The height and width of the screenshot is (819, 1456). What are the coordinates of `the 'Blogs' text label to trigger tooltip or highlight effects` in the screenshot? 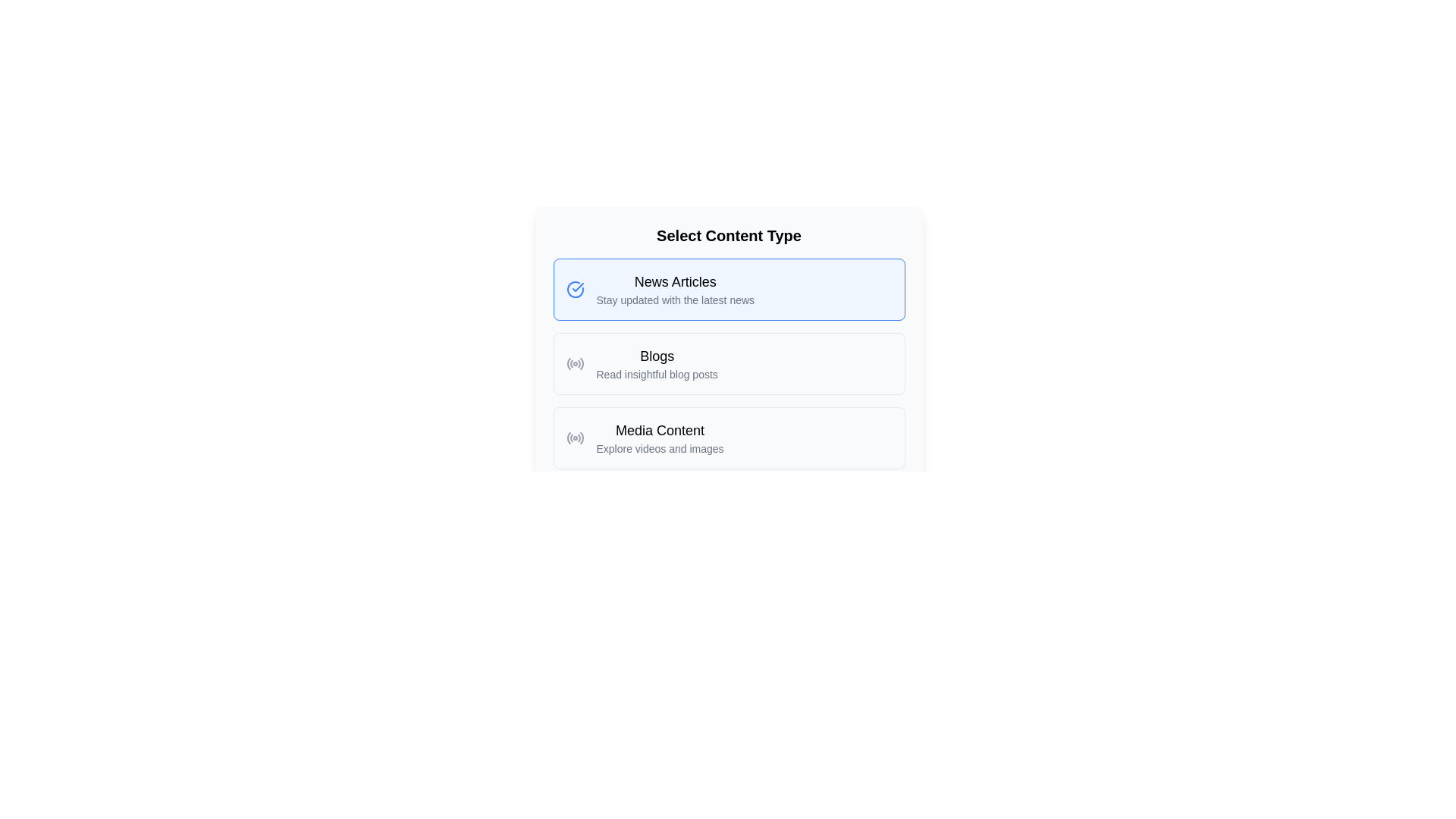 It's located at (657, 356).